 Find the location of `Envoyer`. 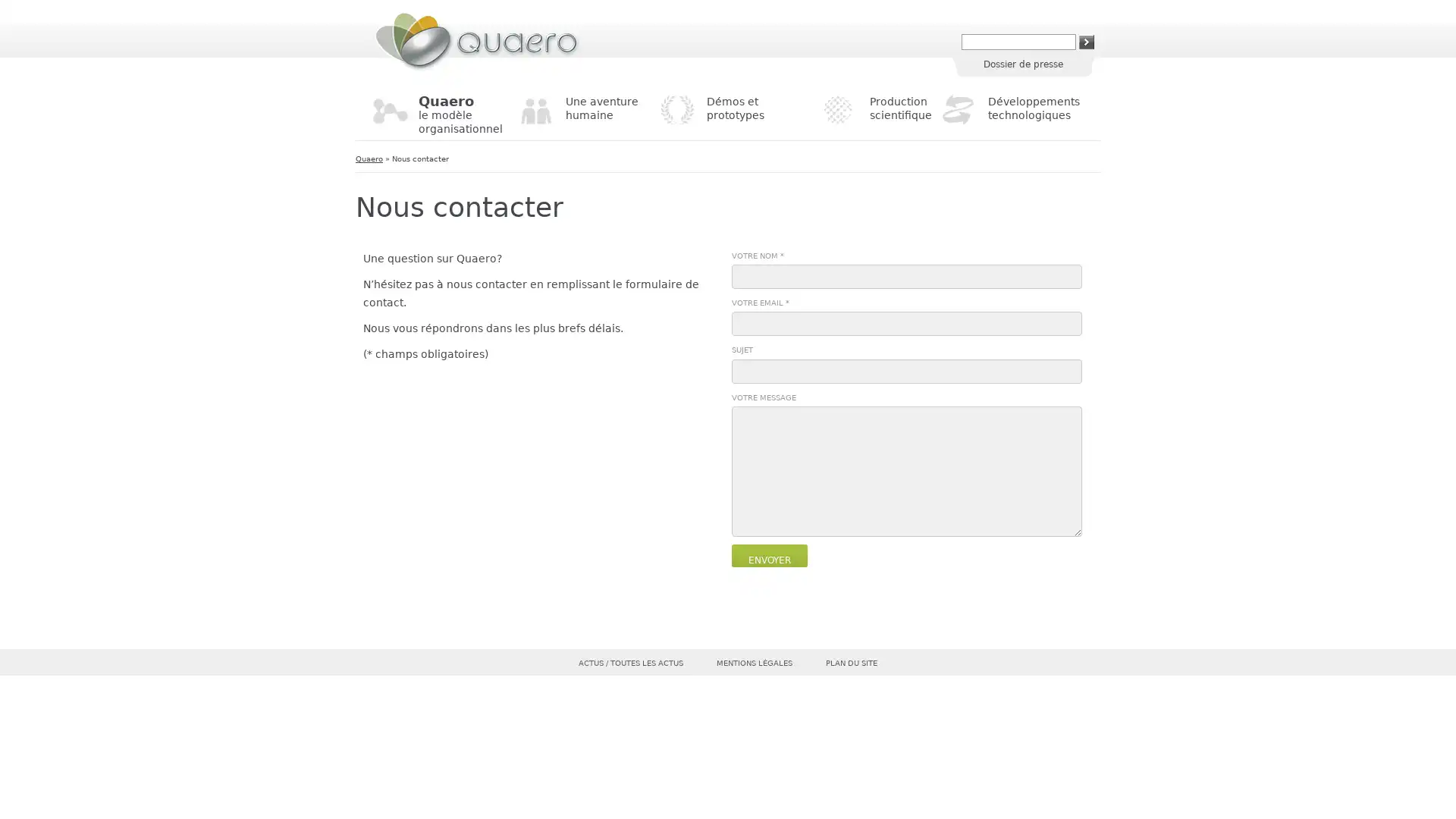

Envoyer is located at coordinates (769, 555).